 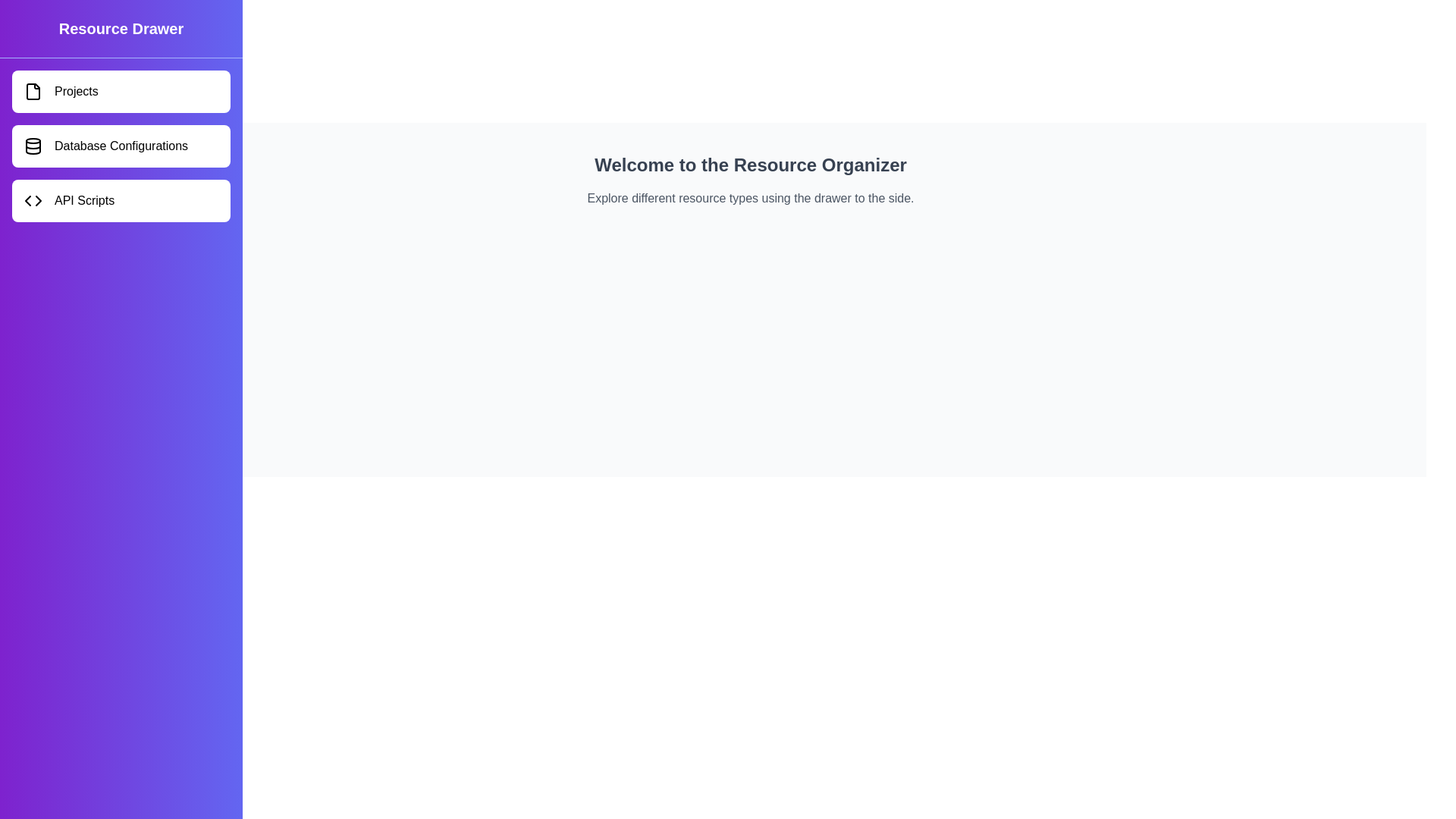 What do you see at coordinates (35, 133) in the screenshot?
I see `the button at the top-left corner to toggle the drawer visibility` at bounding box center [35, 133].